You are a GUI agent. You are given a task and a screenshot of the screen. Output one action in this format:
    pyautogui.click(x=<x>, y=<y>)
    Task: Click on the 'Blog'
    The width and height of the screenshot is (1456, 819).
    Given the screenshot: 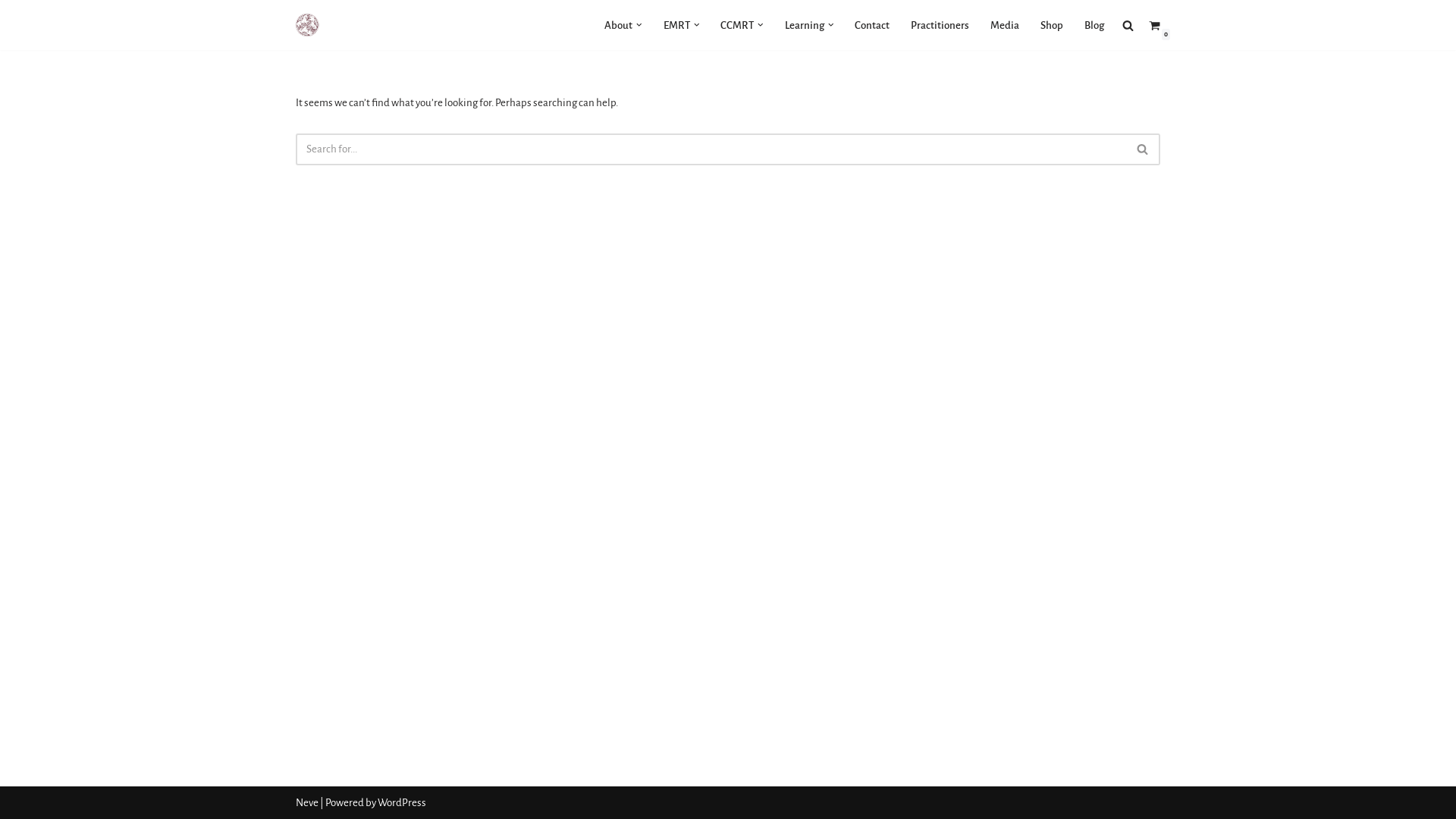 What is the action you would take?
    pyautogui.click(x=1094, y=24)
    